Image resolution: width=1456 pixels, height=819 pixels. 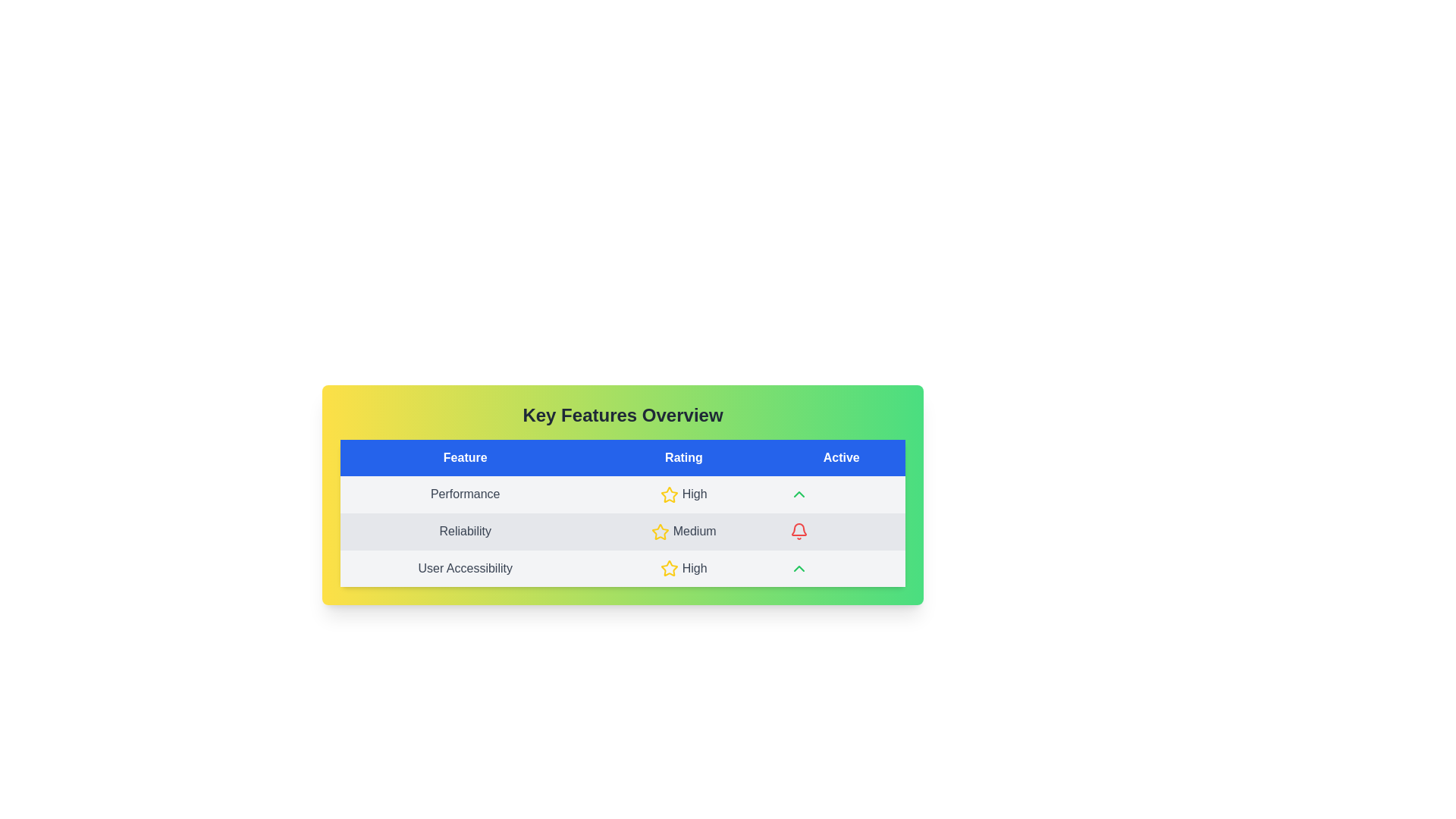 I want to click on third row of the structured summary table, which displays a feature's name, rating, and state, for accessibility, so click(x=623, y=568).